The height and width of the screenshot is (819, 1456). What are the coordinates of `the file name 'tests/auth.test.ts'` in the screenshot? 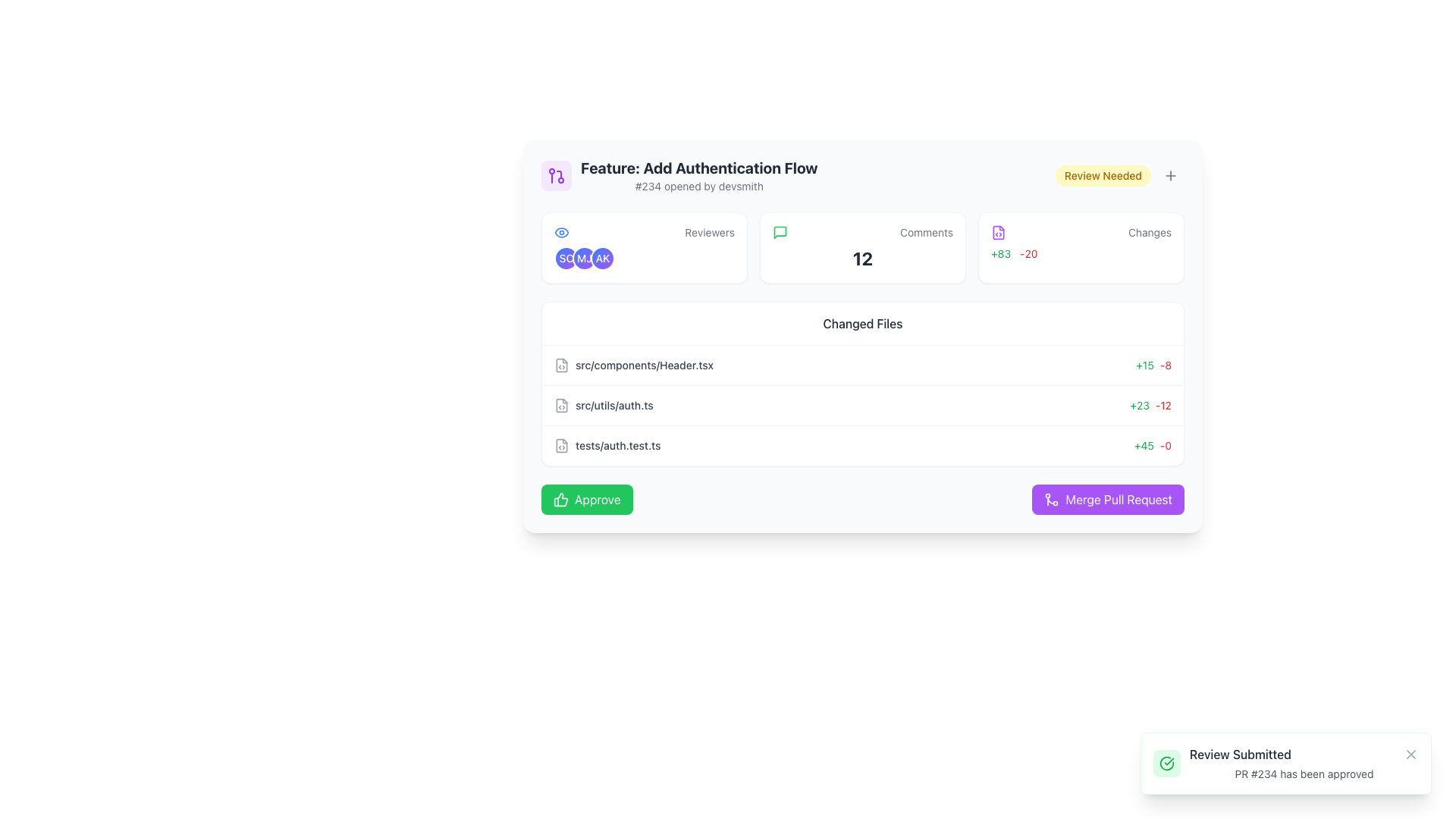 It's located at (607, 444).